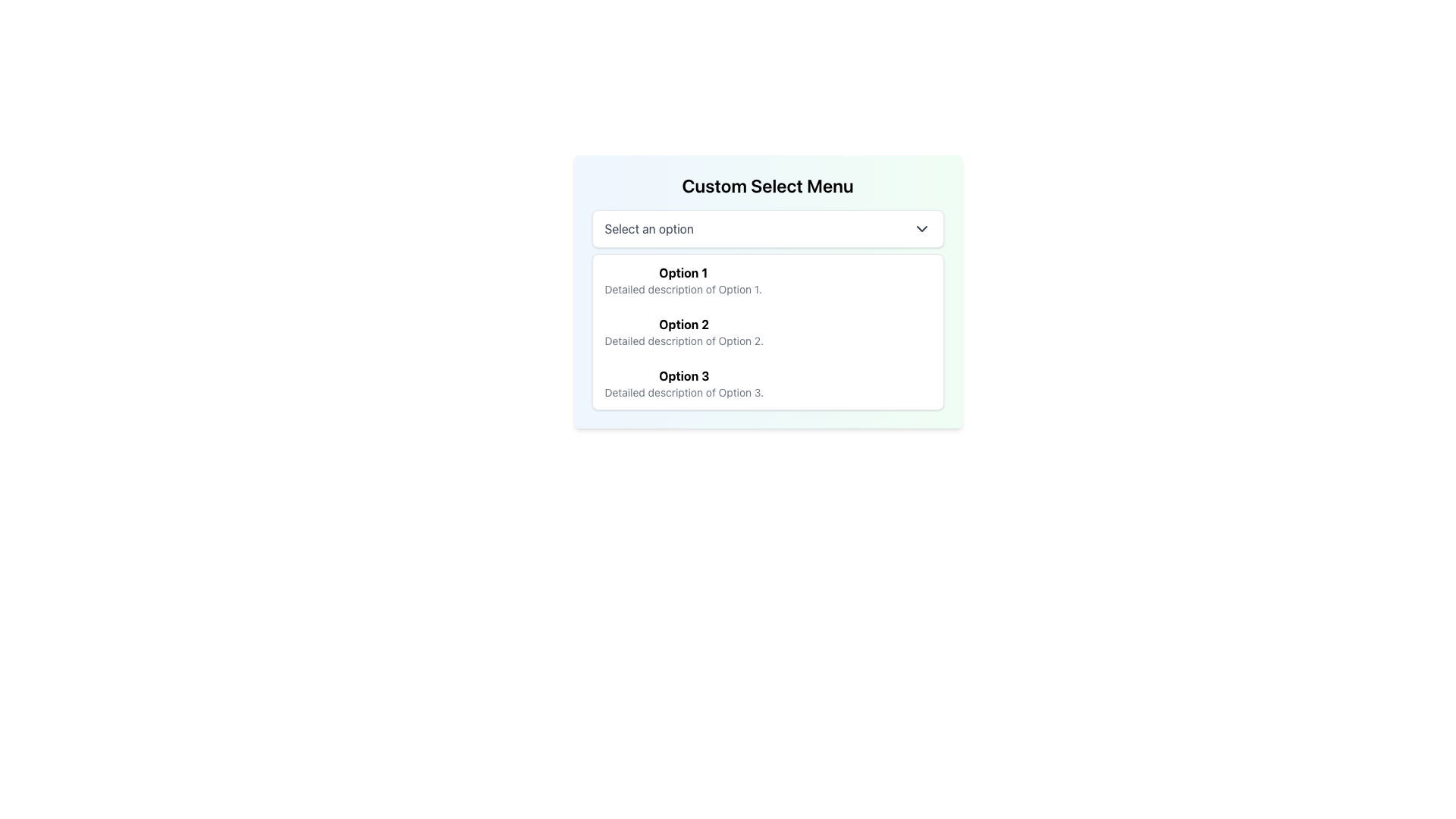  Describe the element at coordinates (767, 292) in the screenshot. I see `the 'Custom Select Menu' dropdown` at that location.